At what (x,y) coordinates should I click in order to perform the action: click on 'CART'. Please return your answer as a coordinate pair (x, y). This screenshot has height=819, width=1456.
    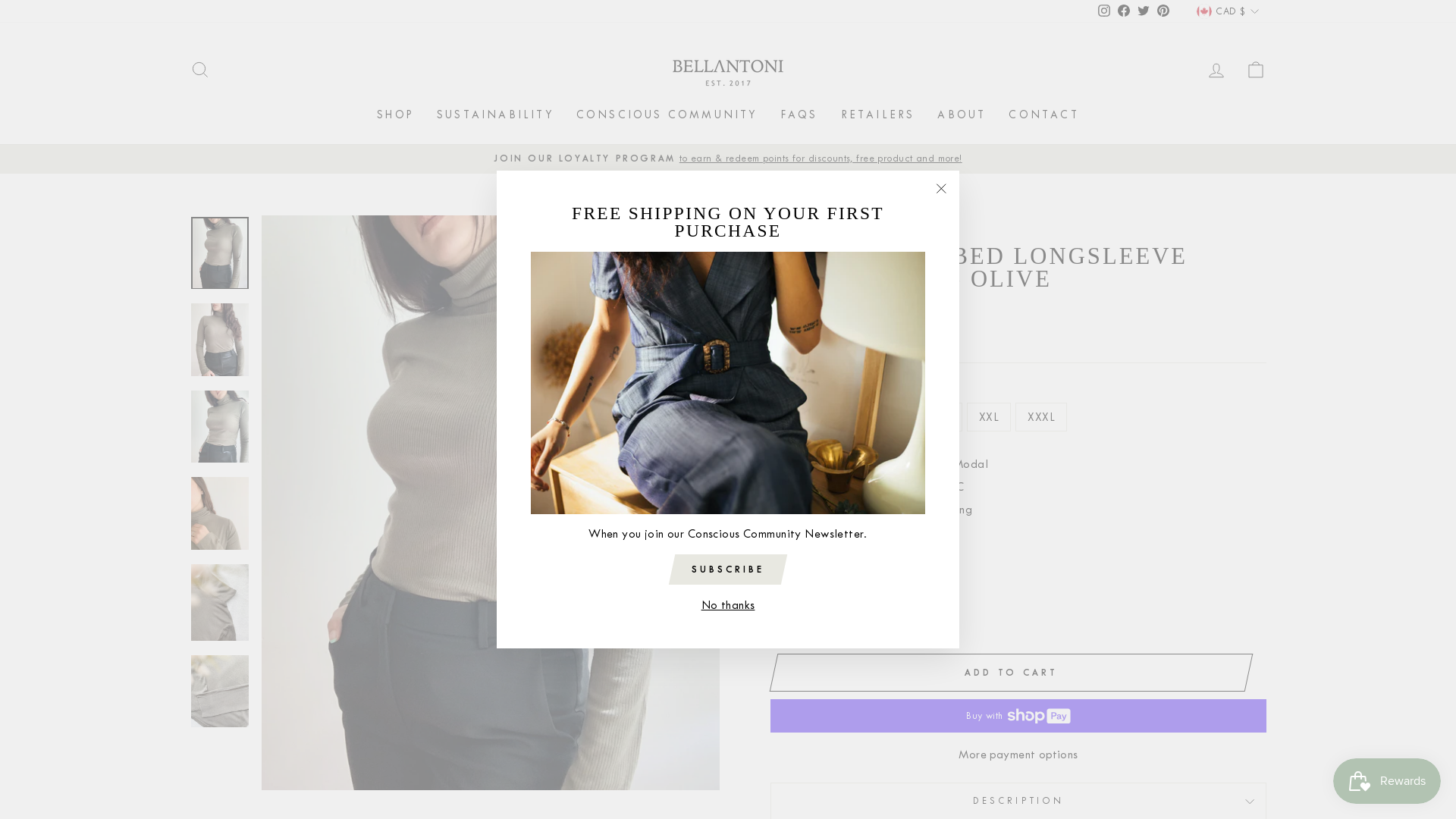
    Looking at the image, I should click on (1256, 70).